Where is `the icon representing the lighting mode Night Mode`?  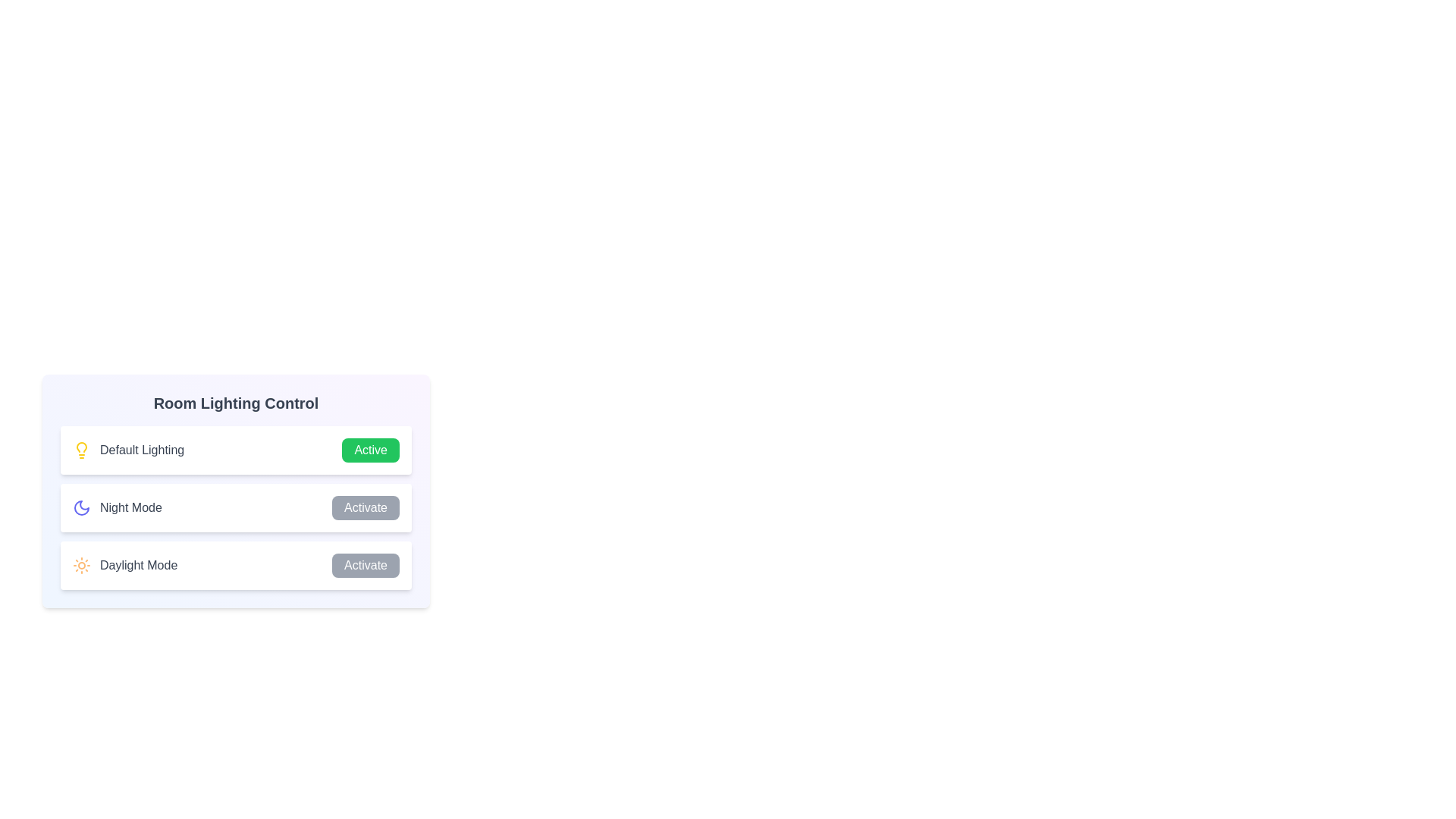
the icon representing the lighting mode Night Mode is located at coordinates (81, 508).